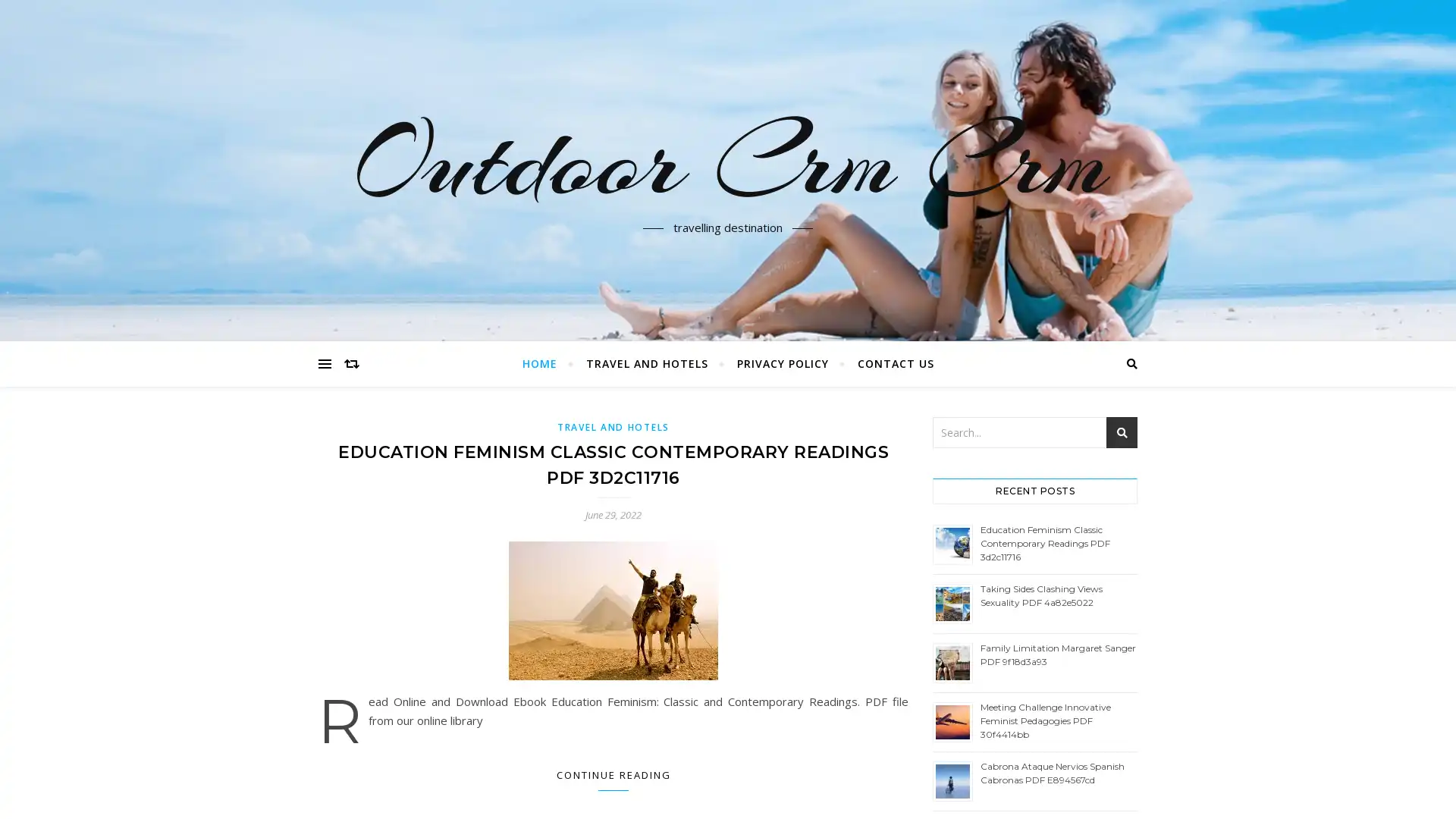 The width and height of the screenshot is (1456, 819). I want to click on st, so click(1122, 432).